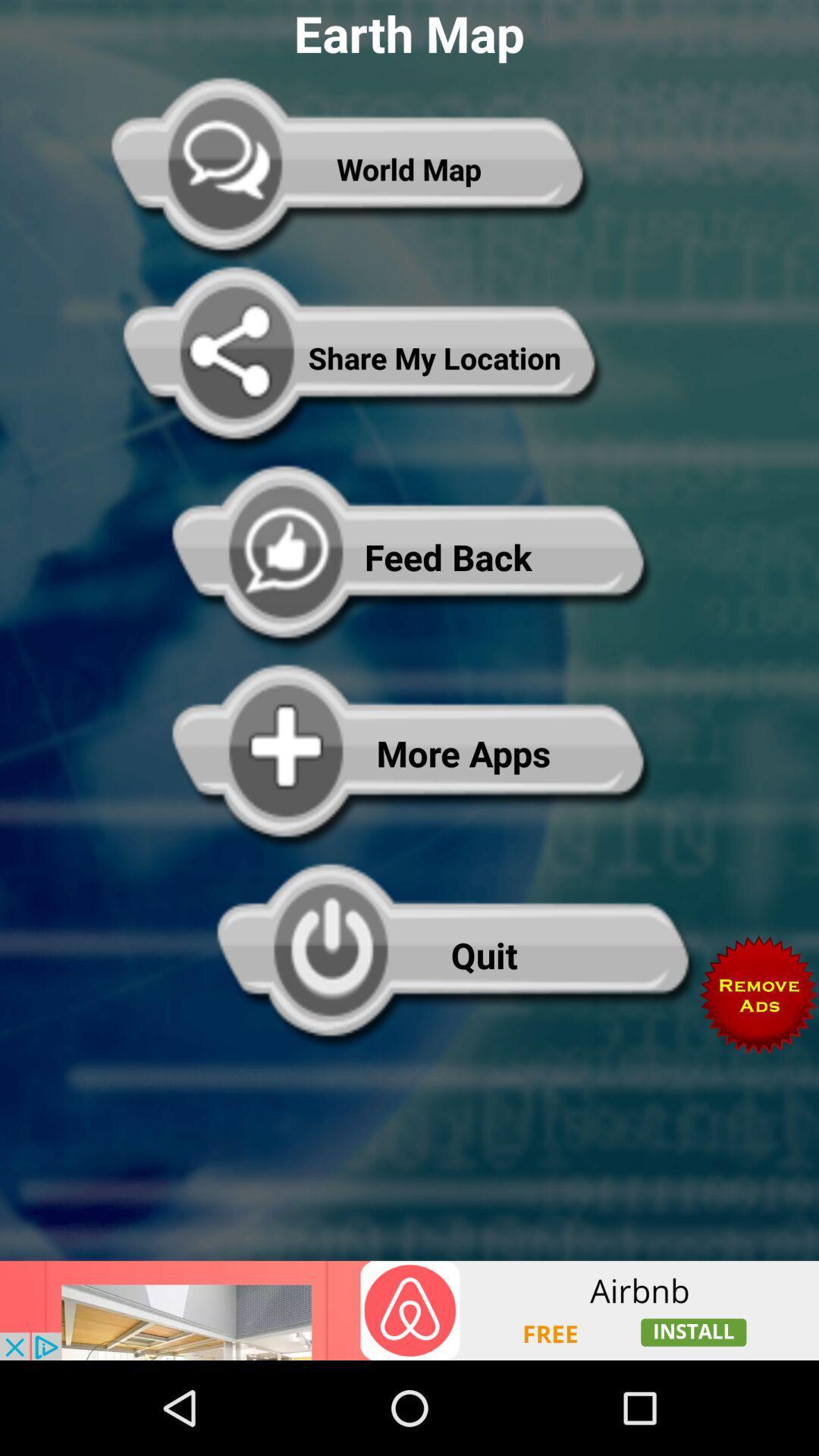  What do you see at coordinates (759, 995) in the screenshot?
I see `remove advertisements` at bounding box center [759, 995].